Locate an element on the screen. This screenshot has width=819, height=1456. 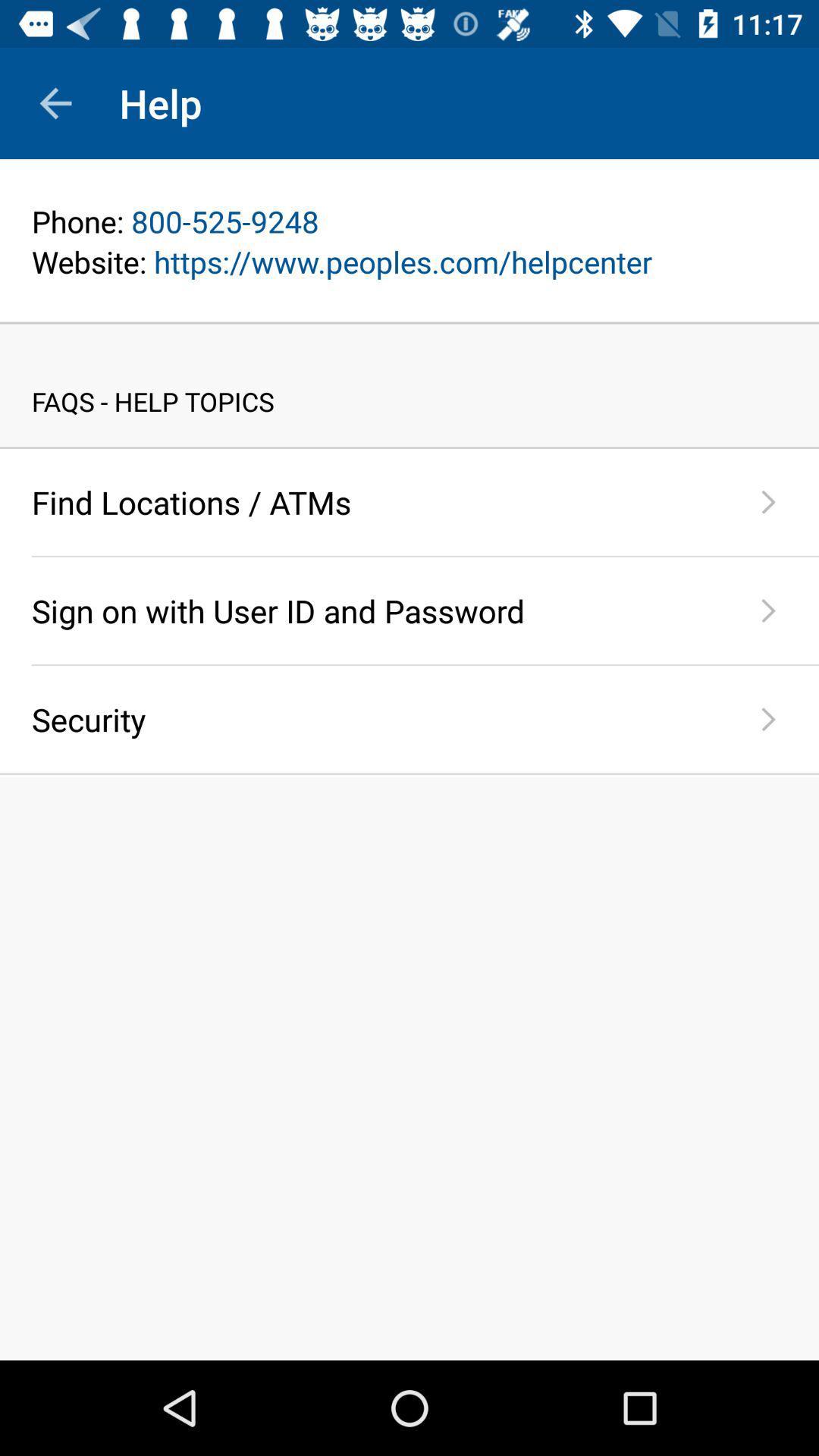
the item above faqs - help topics app is located at coordinates (409, 322).